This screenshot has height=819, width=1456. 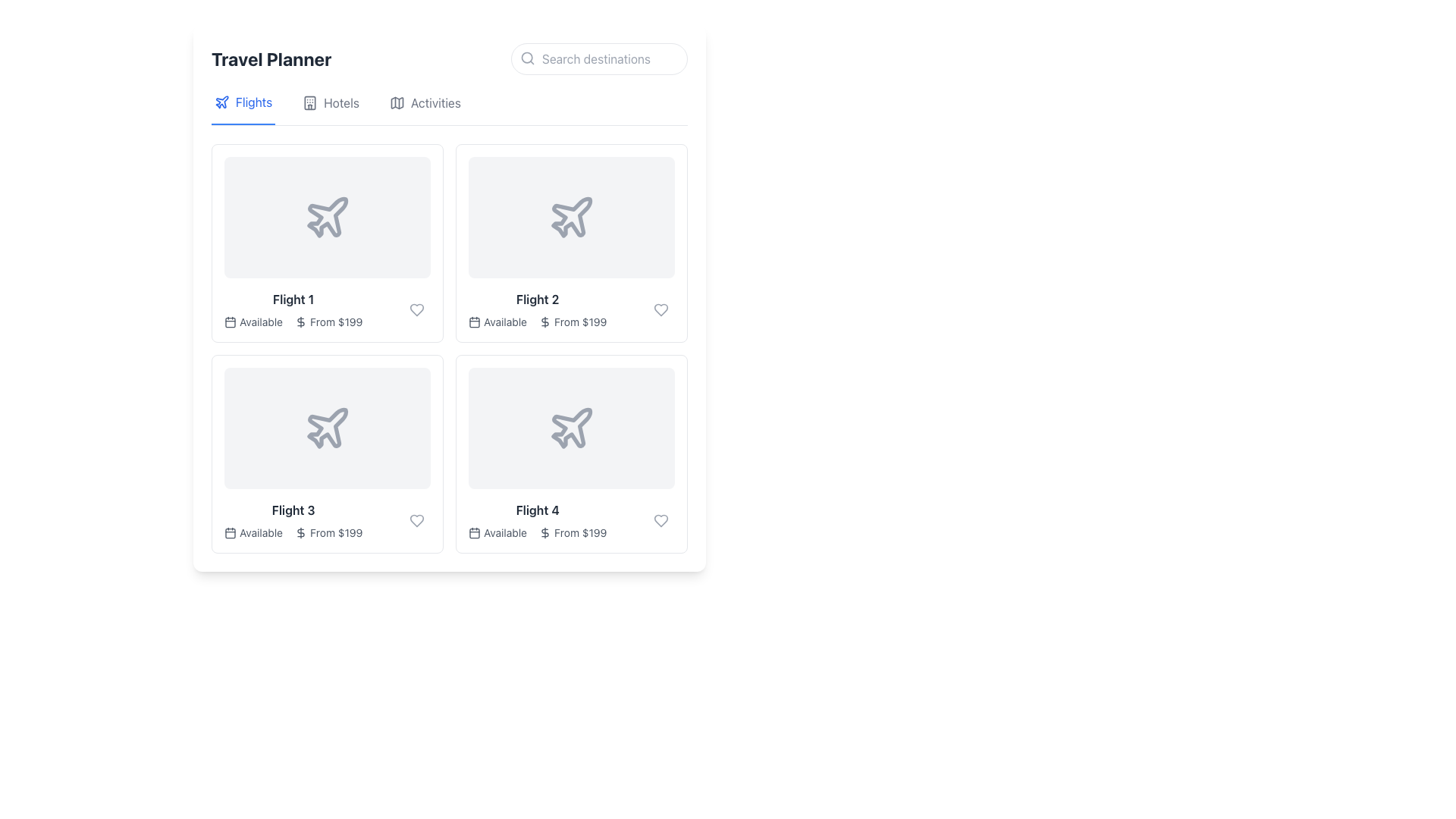 What do you see at coordinates (327, 217) in the screenshot?
I see `the flight icon located in the top-left corner card of the grid interface` at bounding box center [327, 217].